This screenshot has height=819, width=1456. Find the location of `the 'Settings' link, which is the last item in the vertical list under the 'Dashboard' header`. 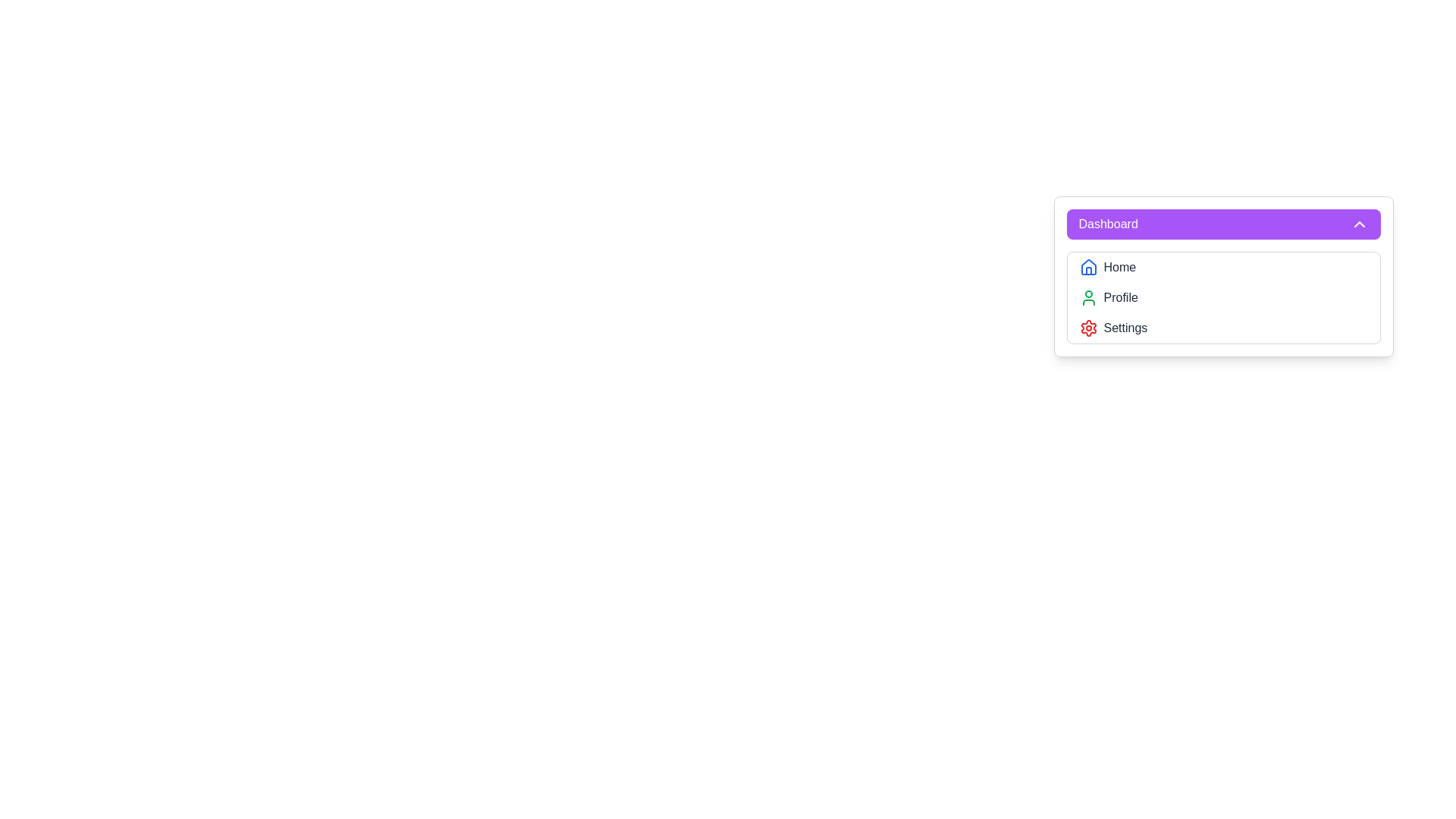

the 'Settings' link, which is the last item in the vertical list under the 'Dashboard' header is located at coordinates (1125, 327).